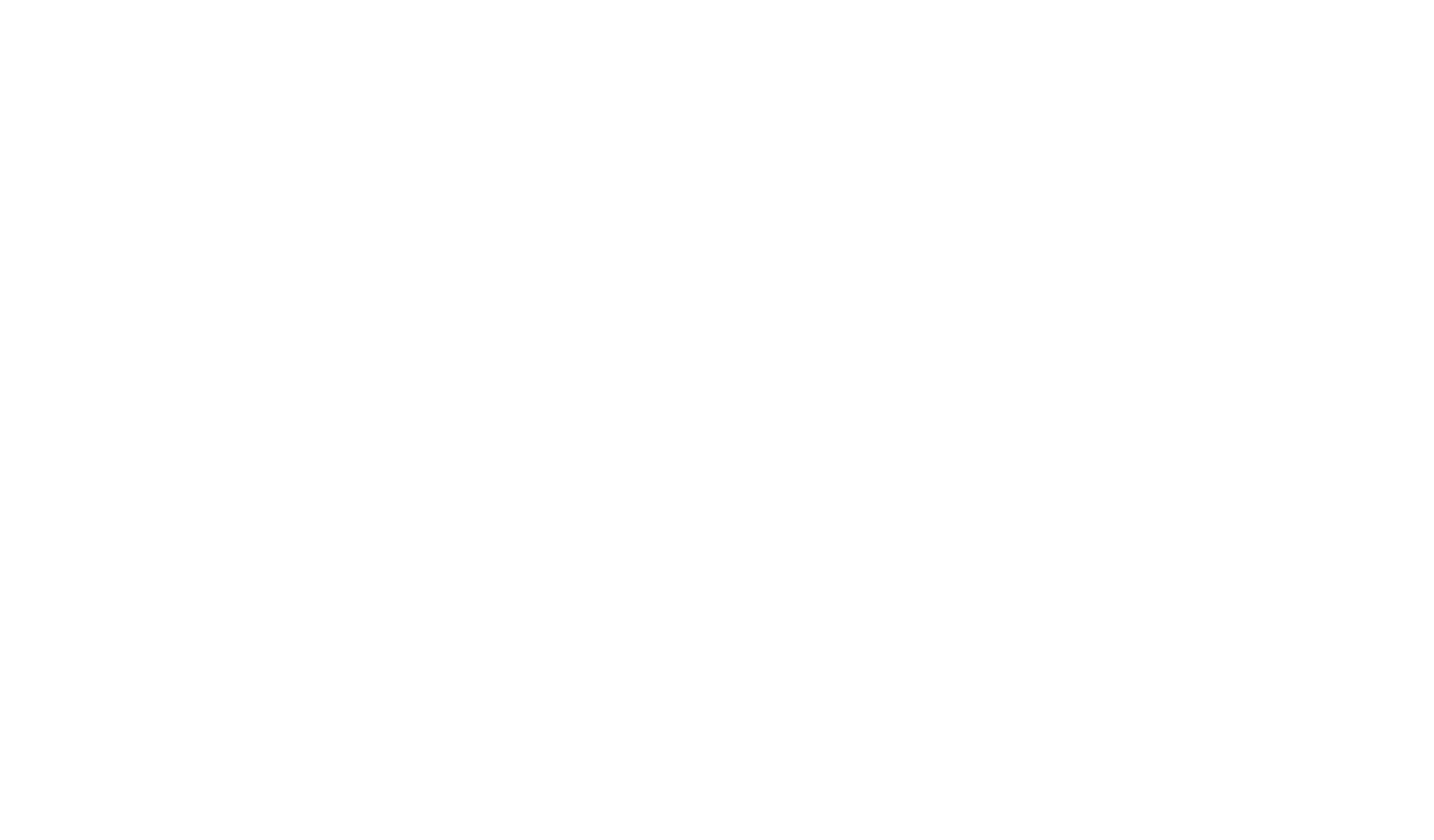 The height and width of the screenshot is (840, 1434). What do you see at coordinates (717, 799) in the screenshot?
I see `'© 2023 - Welding Value. All Rights Reserved'` at bounding box center [717, 799].